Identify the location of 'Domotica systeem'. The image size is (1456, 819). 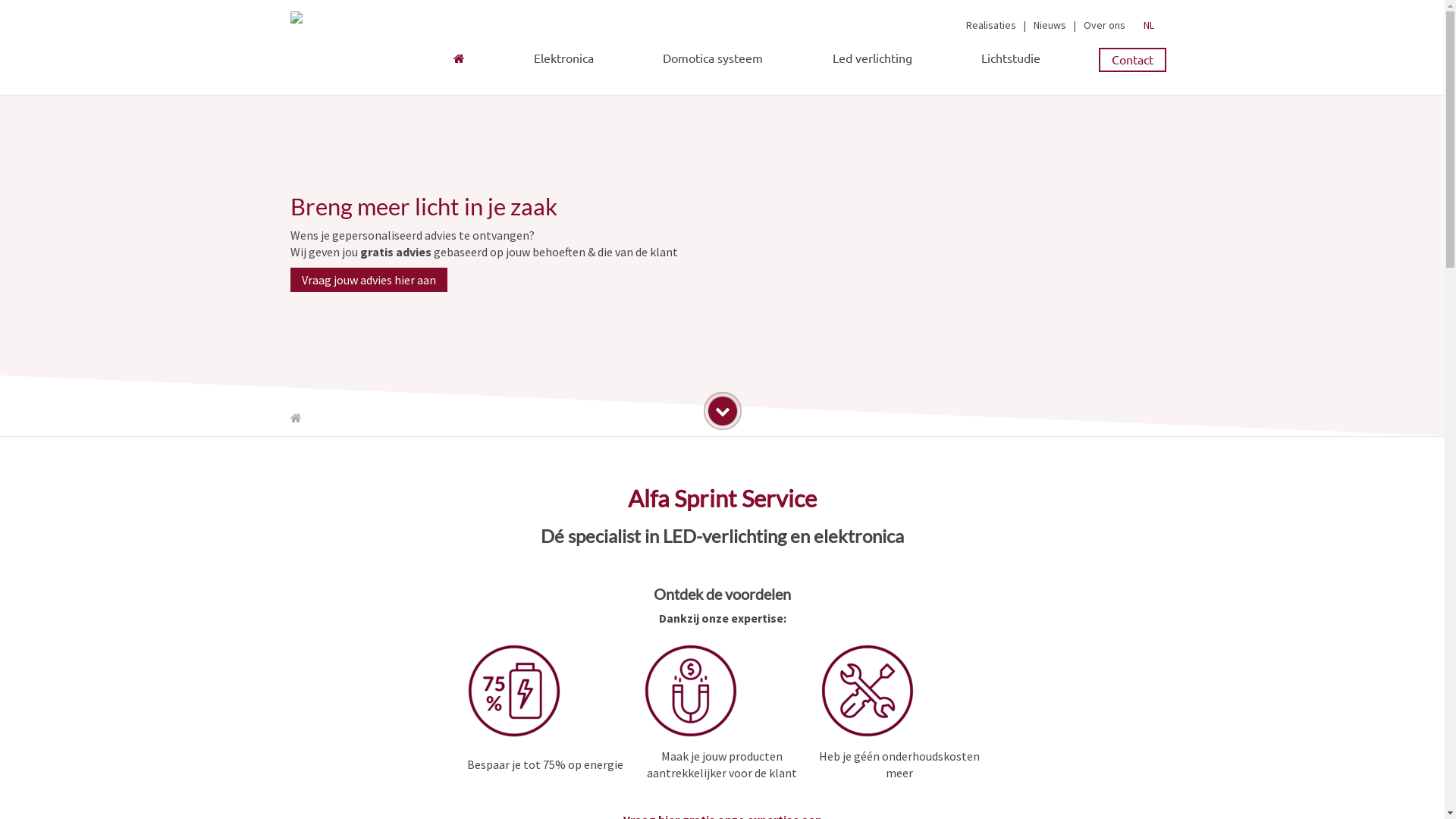
(712, 58).